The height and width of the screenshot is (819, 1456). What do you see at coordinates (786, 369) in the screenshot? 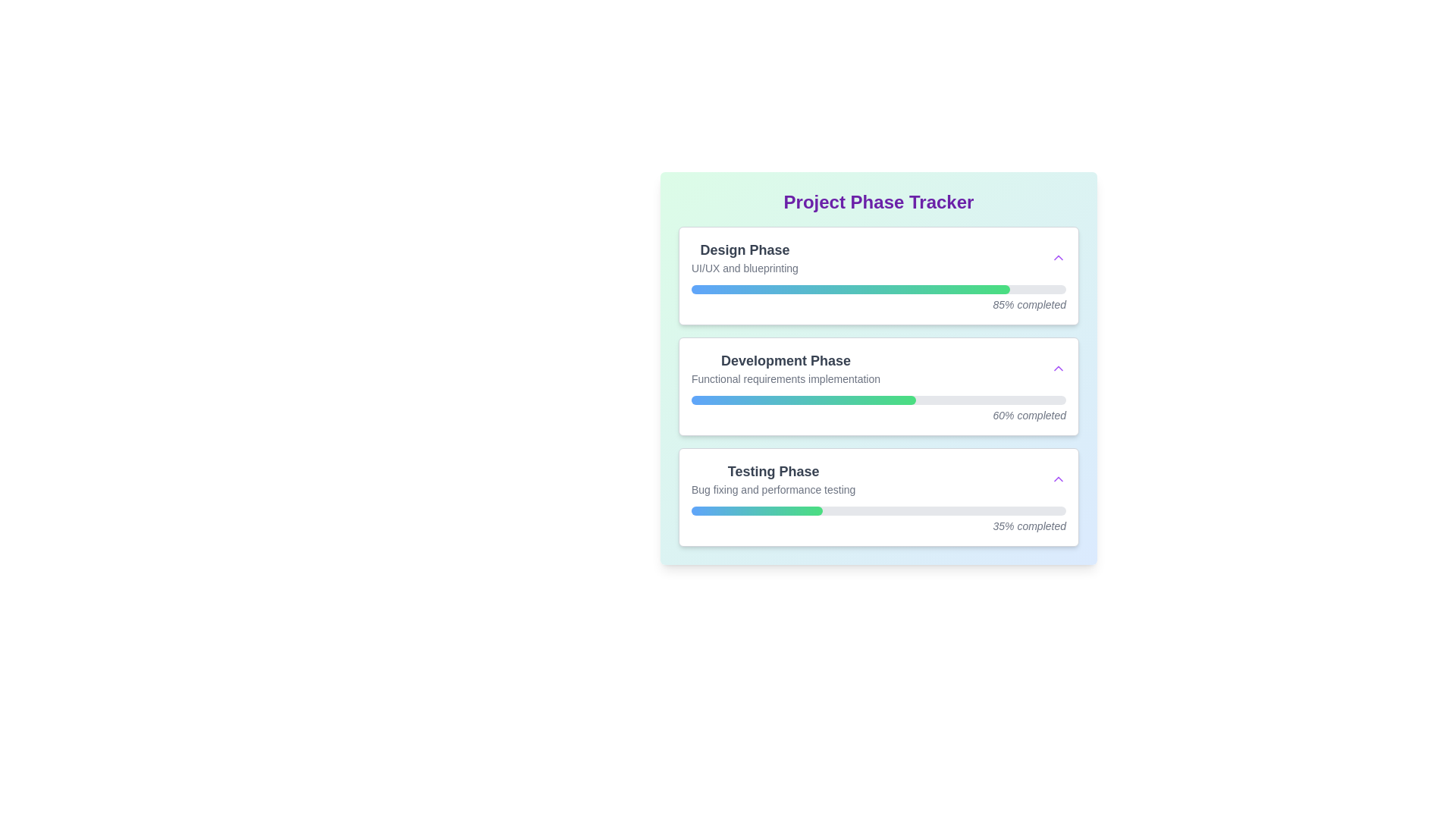
I see `the 'Development Phase' heading and subtitle in the second card of the project progress tracker` at bounding box center [786, 369].